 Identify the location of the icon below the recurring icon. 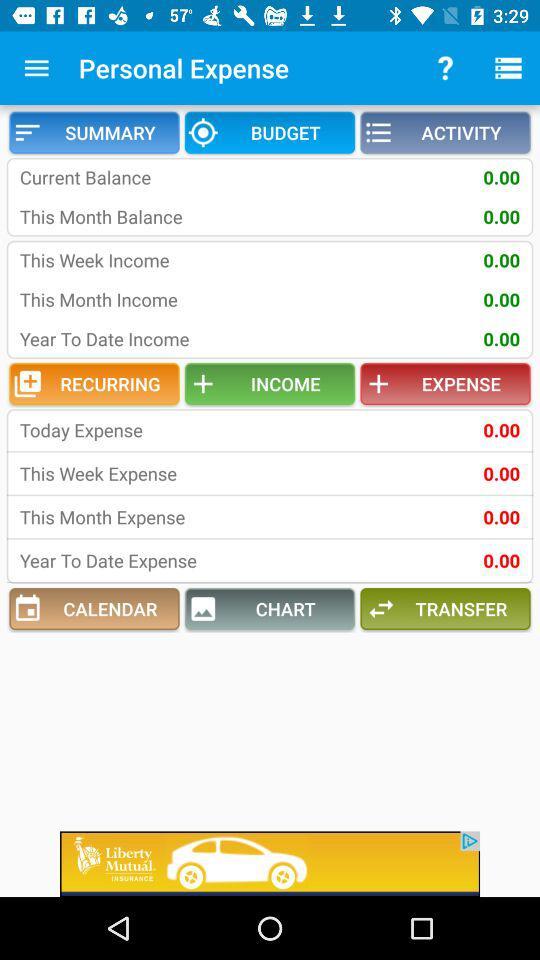
(149, 430).